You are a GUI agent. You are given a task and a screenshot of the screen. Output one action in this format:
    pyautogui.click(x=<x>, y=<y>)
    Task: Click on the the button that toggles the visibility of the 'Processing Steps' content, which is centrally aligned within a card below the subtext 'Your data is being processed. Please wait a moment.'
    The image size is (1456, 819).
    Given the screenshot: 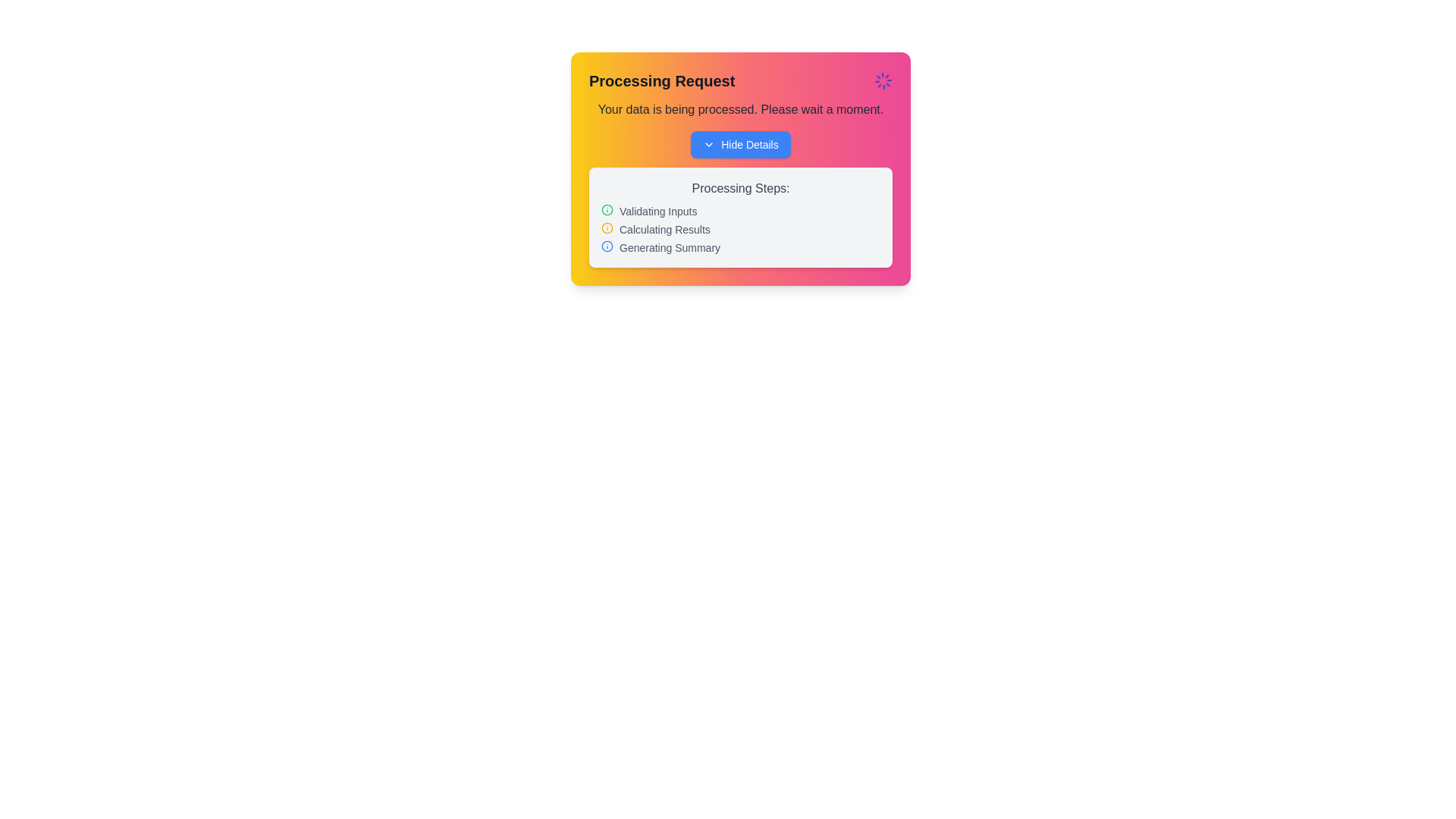 What is the action you would take?
    pyautogui.click(x=740, y=145)
    